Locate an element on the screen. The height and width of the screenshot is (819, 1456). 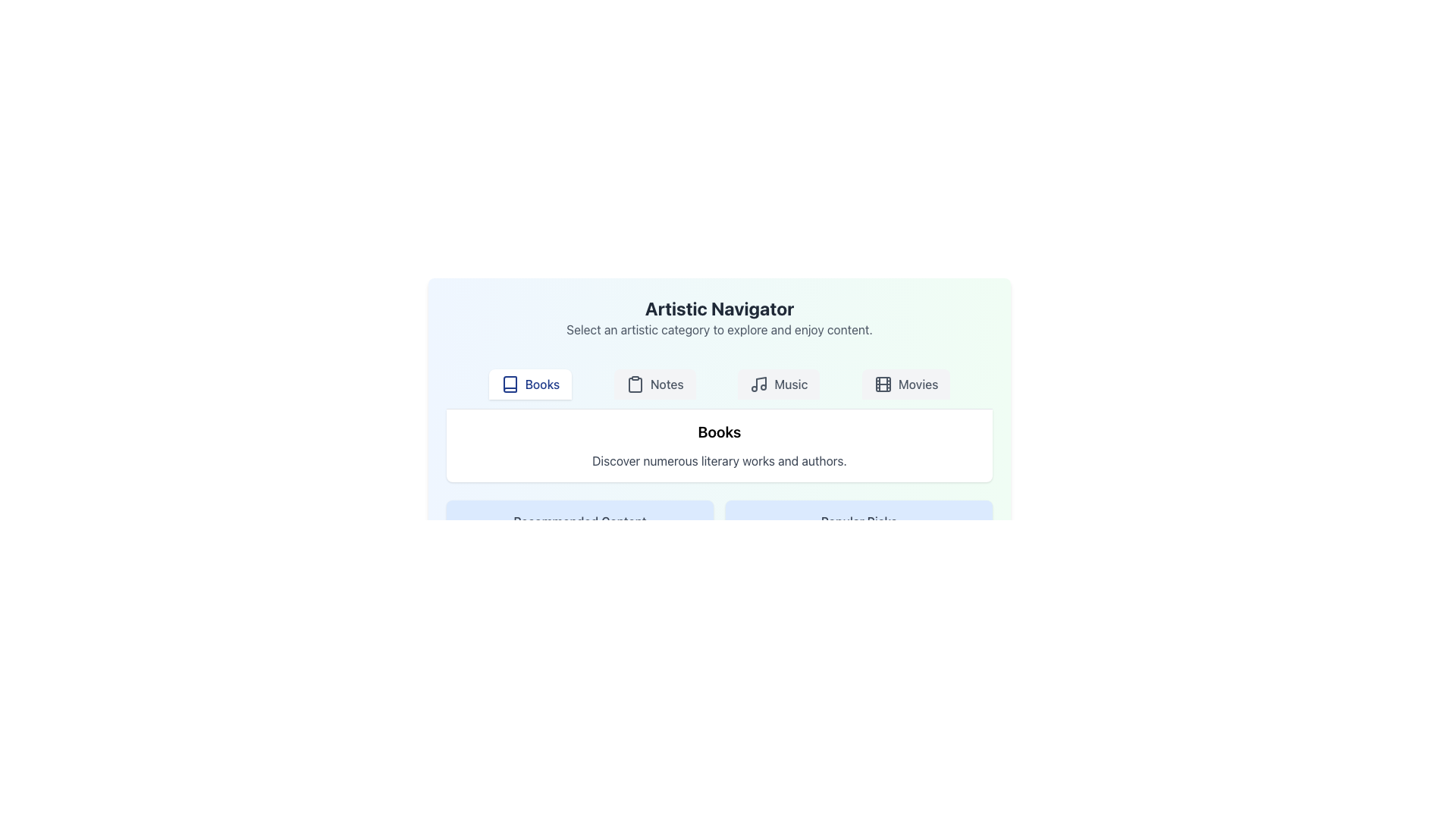
text from the 'Music' label, which is styled in medium-weight sans-serif font and is located within a button-like structure with rounded corners and a light gray background is located at coordinates (790, 383).